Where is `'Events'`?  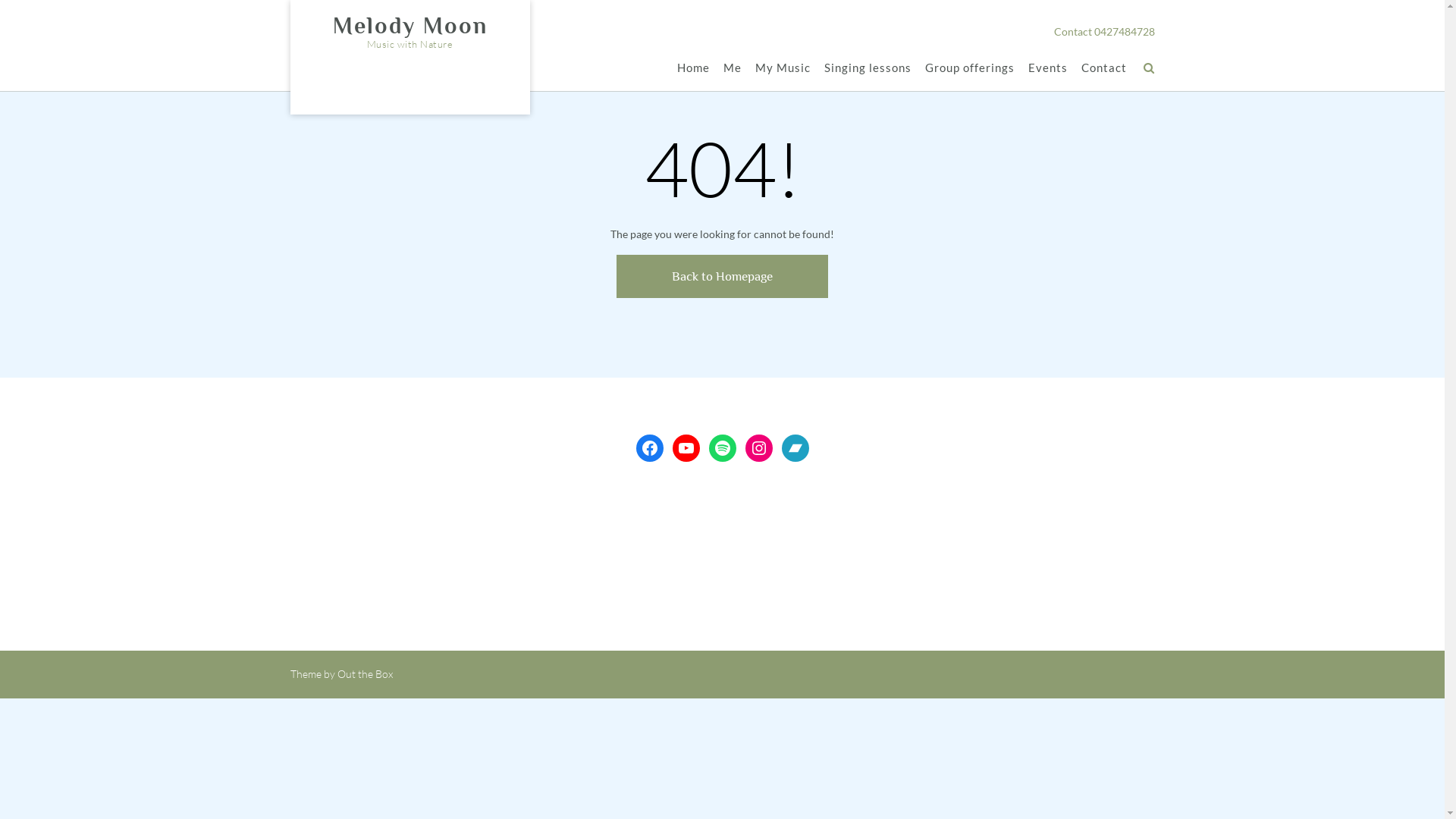 'Events' is located at coordinates (1047, 67).